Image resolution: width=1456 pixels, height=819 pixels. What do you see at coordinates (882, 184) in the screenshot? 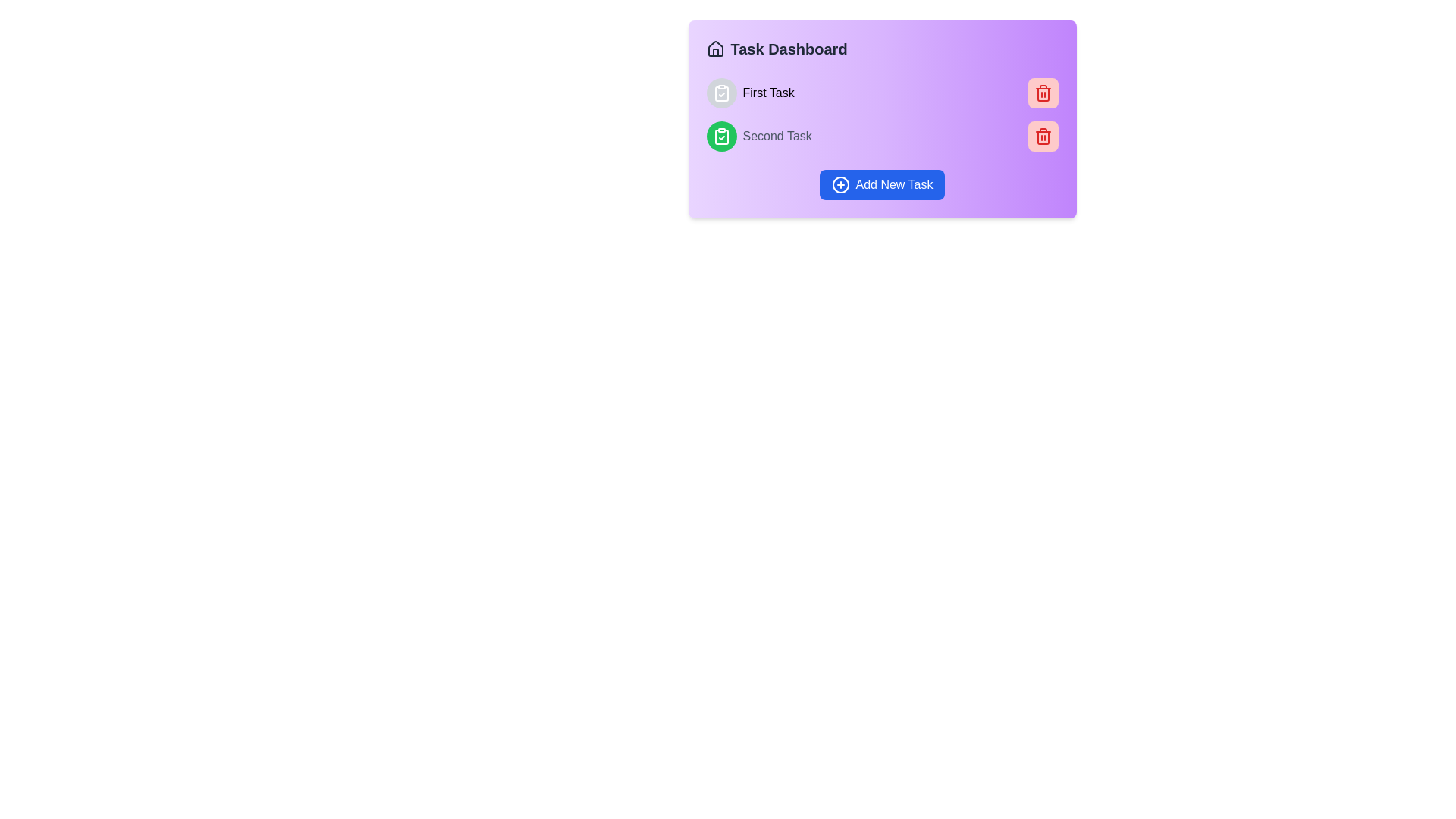
I see `the button that adds new tasks to the dashboard, located at the bottom of the 'Task Dashboard' interface beneath 'First Task' and 'Second Task'` at bounding box center [882, 184].